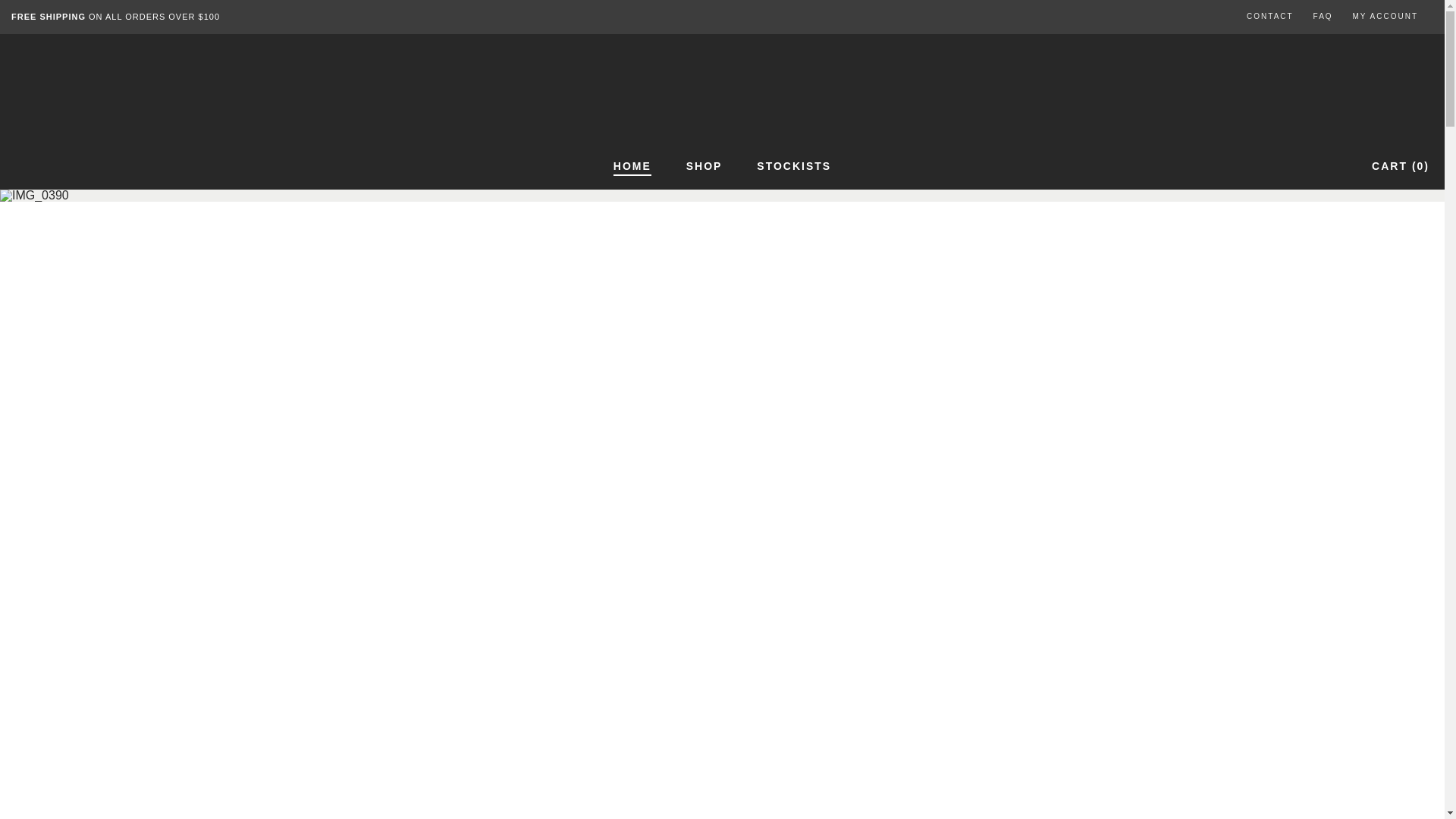 This screenshot has width=1456, height=819. Describe the element at coordinates (1400, 166) in the screenshot. I see `'CART (0)'` at that location.